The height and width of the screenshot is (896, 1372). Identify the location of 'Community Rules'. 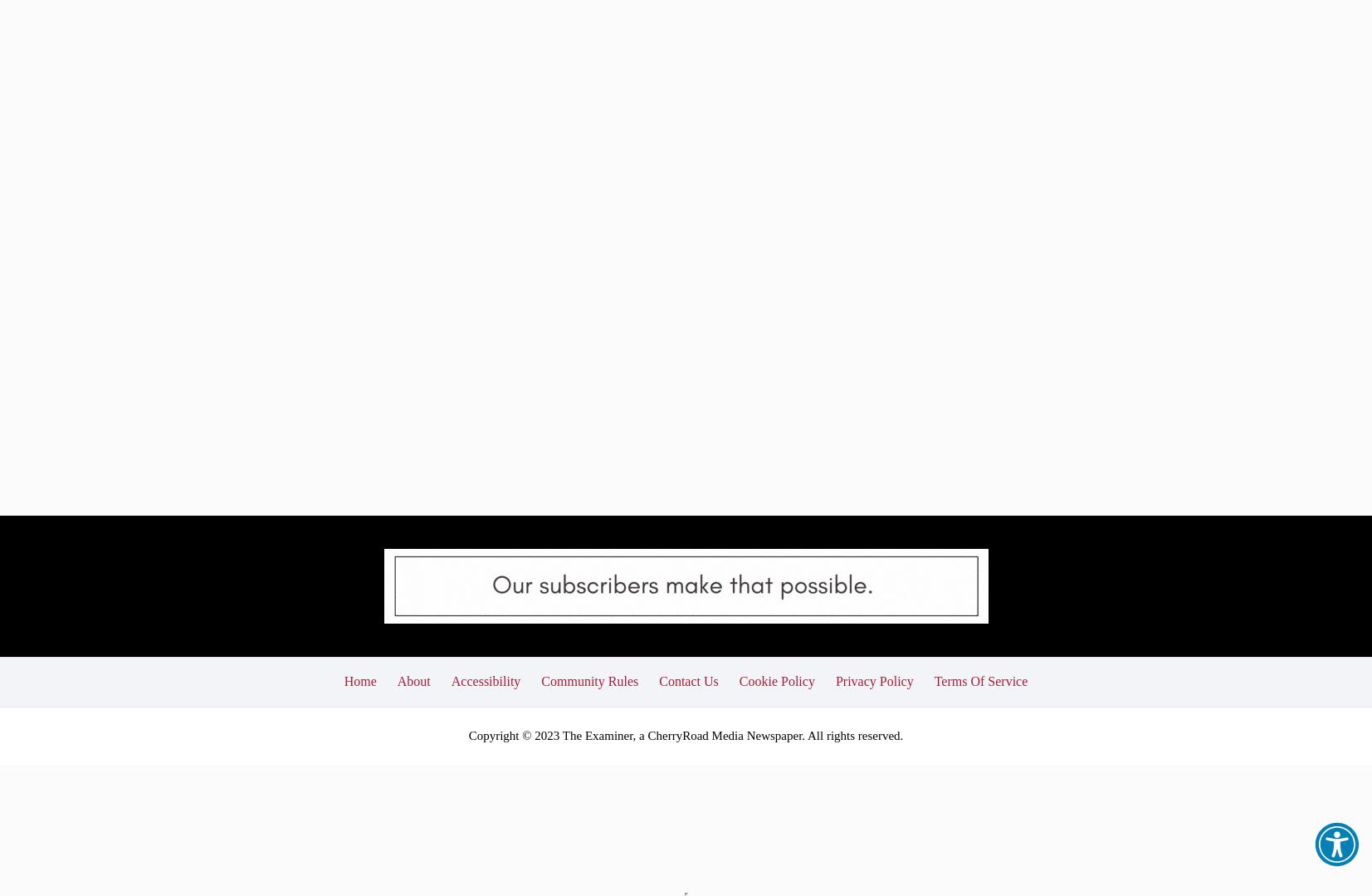
(540, 565).